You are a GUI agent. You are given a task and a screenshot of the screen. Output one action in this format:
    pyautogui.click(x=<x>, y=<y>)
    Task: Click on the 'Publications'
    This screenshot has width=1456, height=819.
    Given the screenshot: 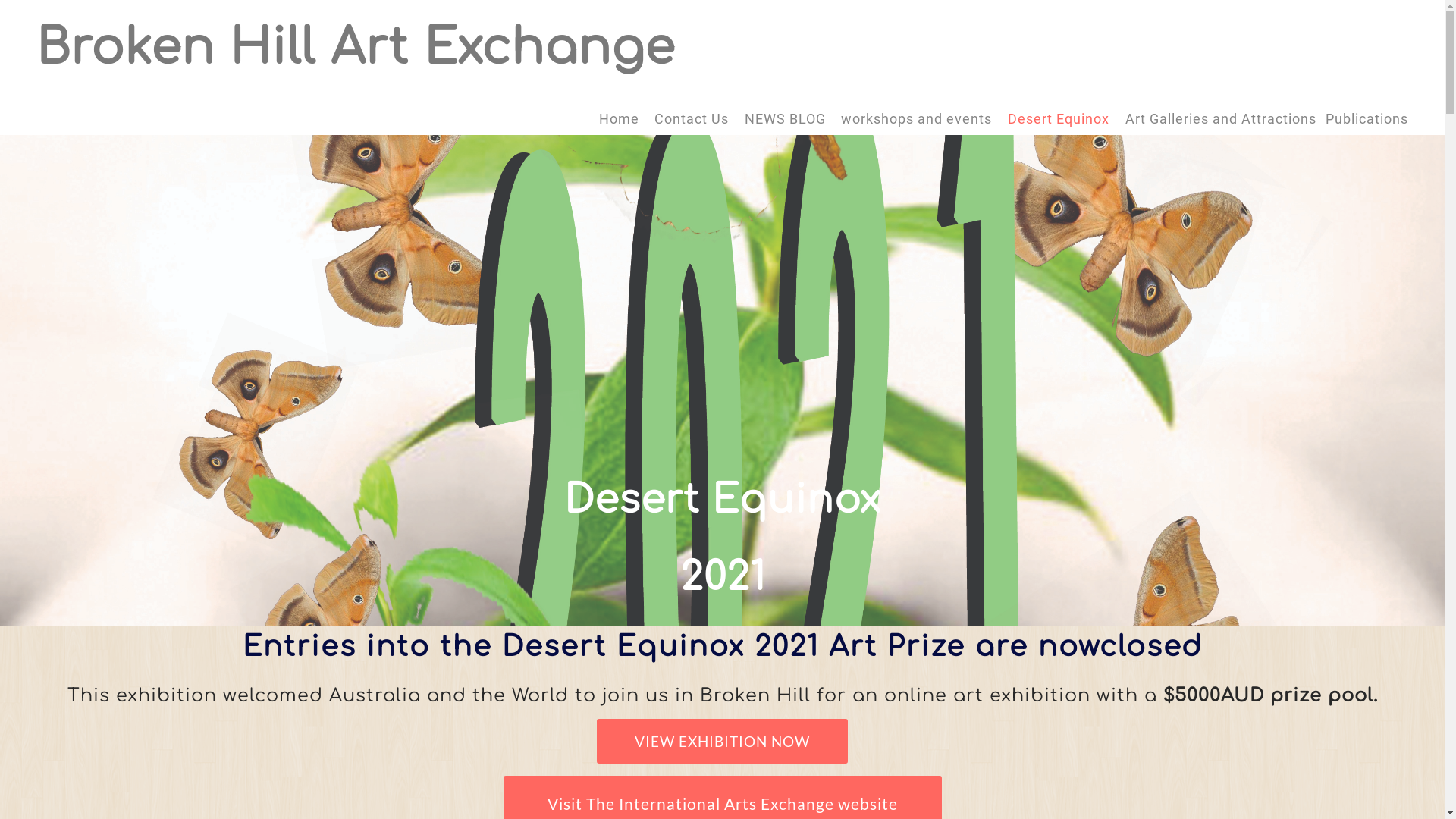 What is the action you would take?
    pyautogui.click(x=1367, y=118)
    